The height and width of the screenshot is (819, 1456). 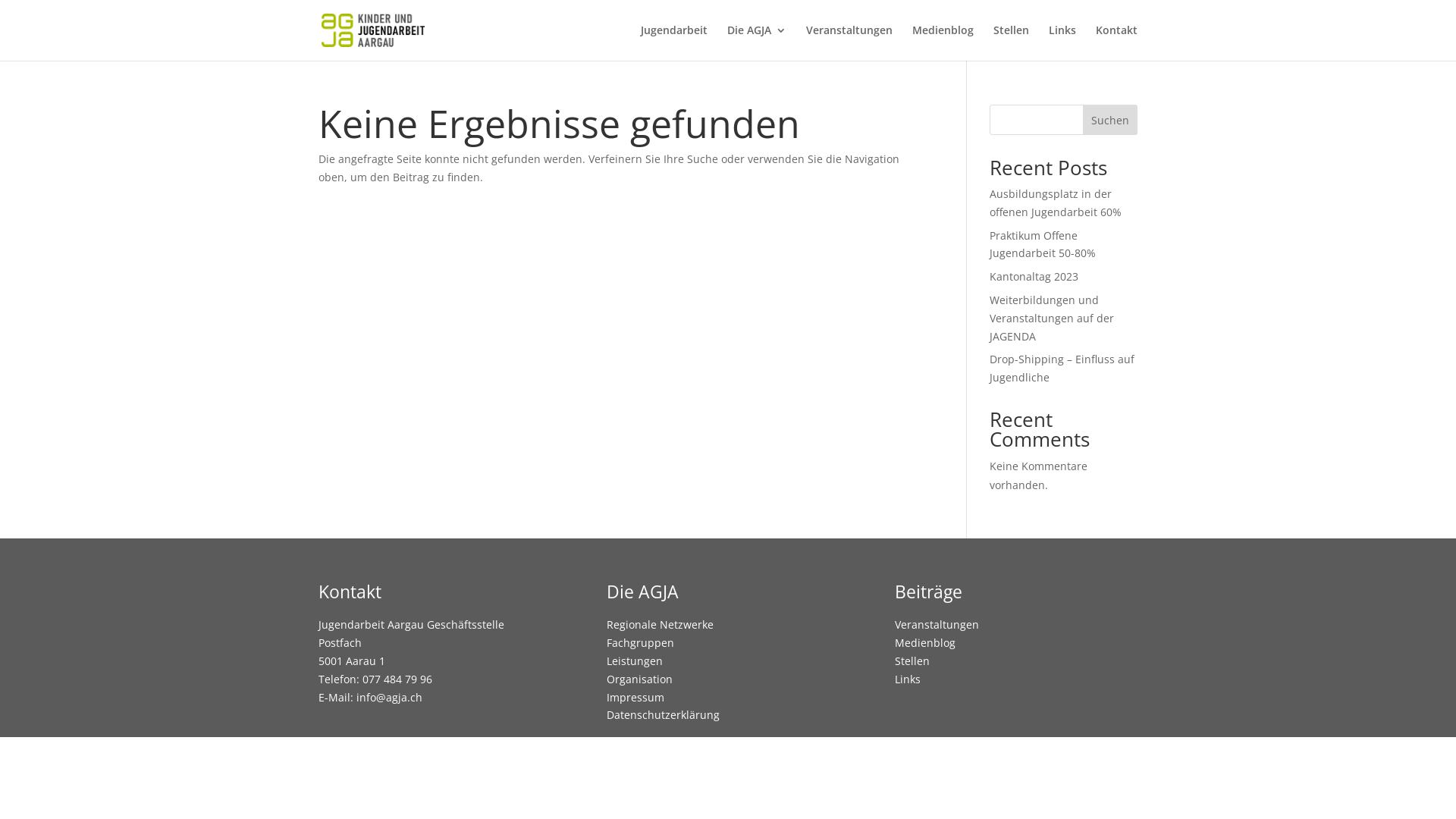 I want to click on 'info@agja.ch', so click(x=389, y=697).